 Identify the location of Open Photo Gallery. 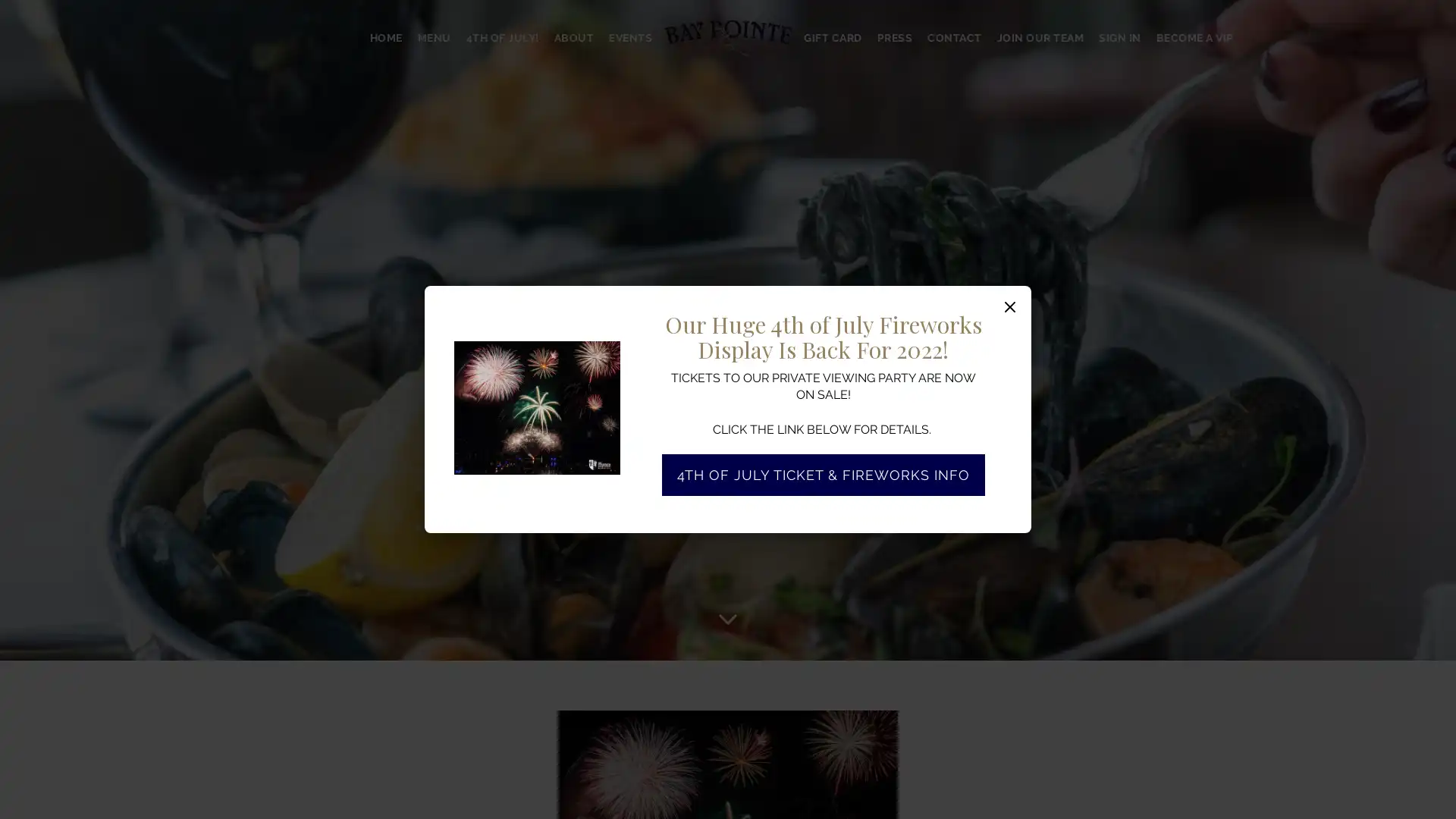
(602, 356).